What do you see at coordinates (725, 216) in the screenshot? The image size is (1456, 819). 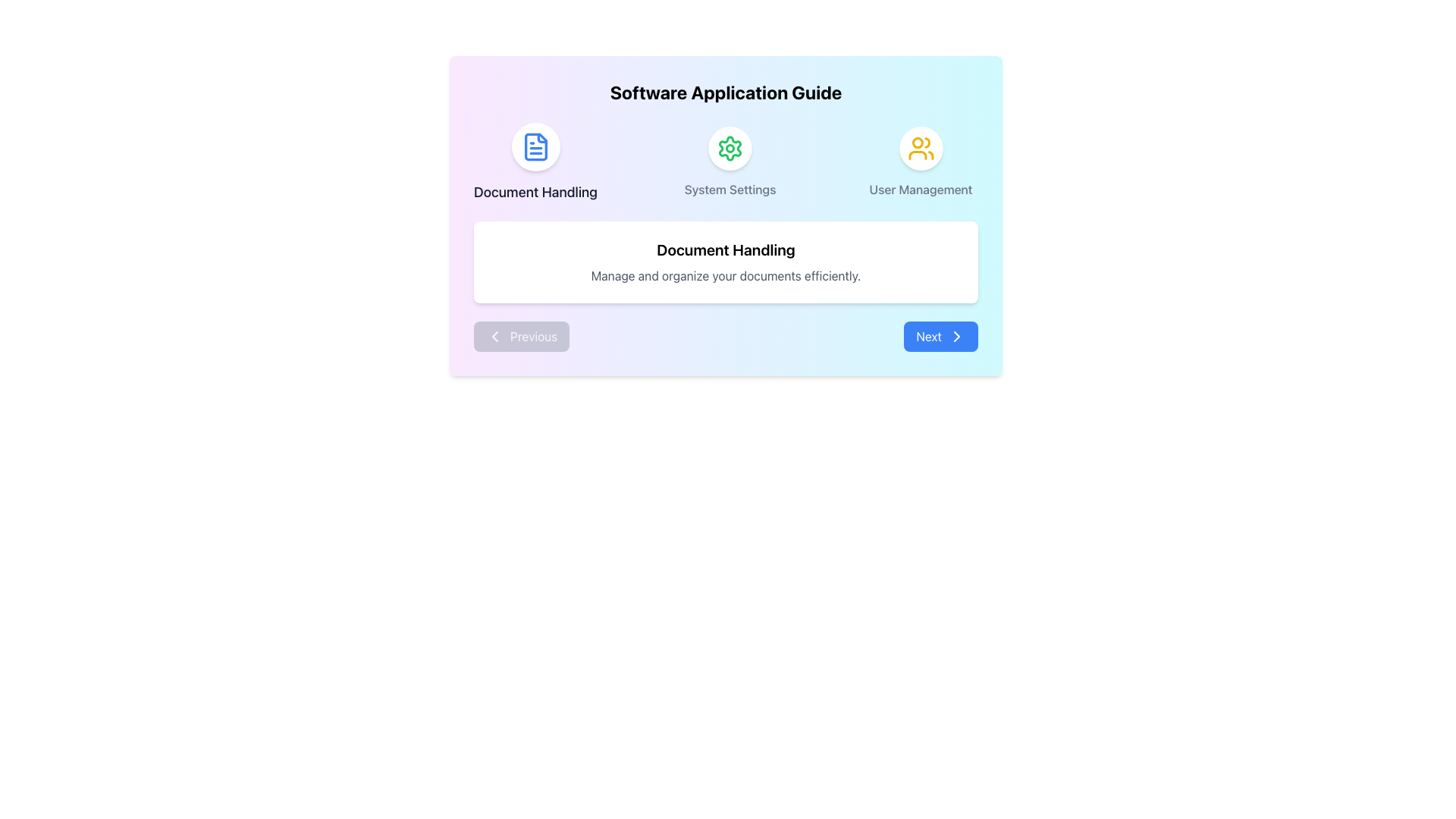 I see `the centrally positioned informational section that serves as a guide segment, displaying a title and description, with navigation options below` at bounding box center [725, 216].